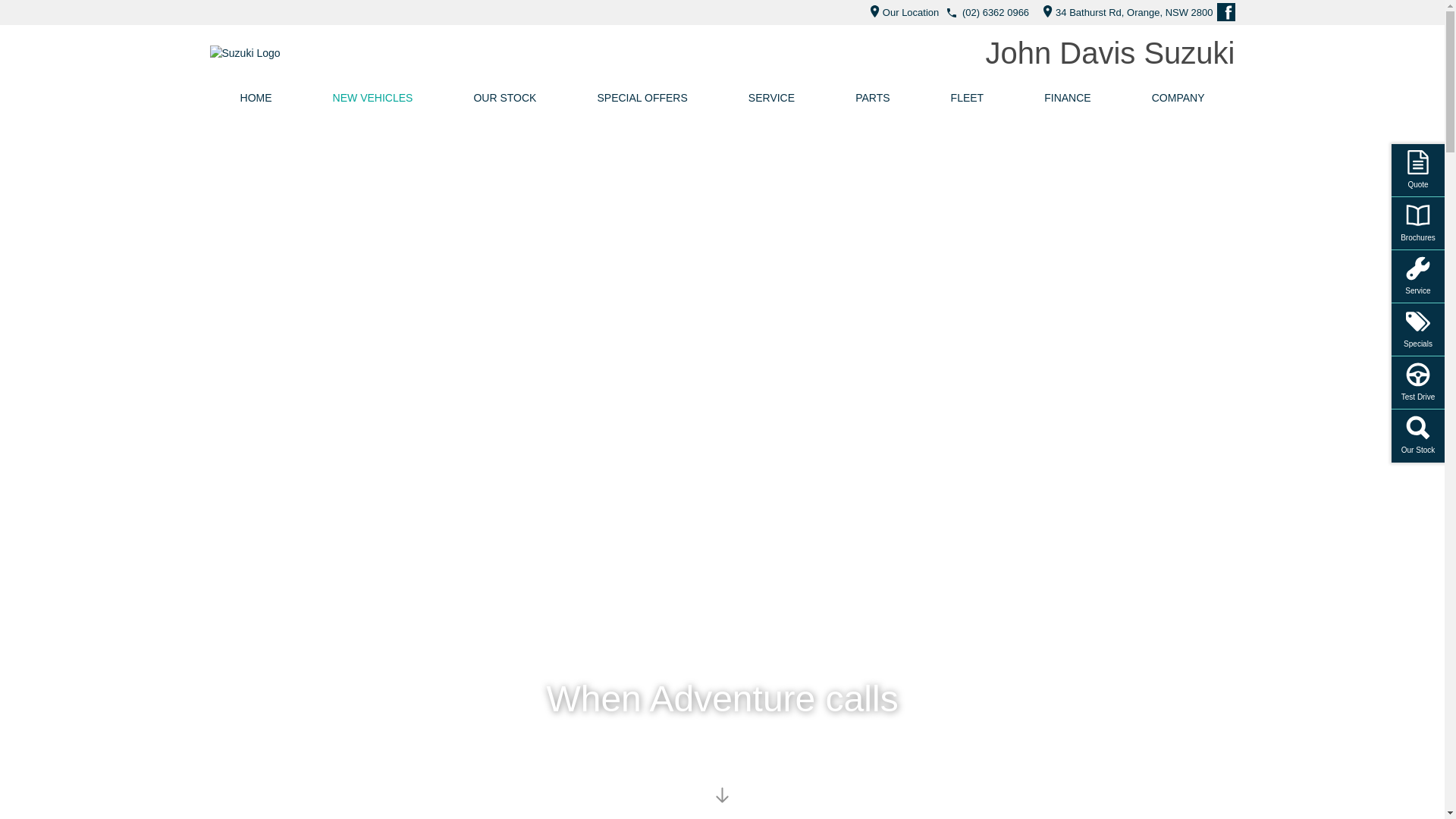 The width and height of the screenshot is (1456, 819). Describe the element at coordinates (1124, 12) in the screenshot. I see `'34 Bathurst Rd, Orange, NSW 2800'` at that location.